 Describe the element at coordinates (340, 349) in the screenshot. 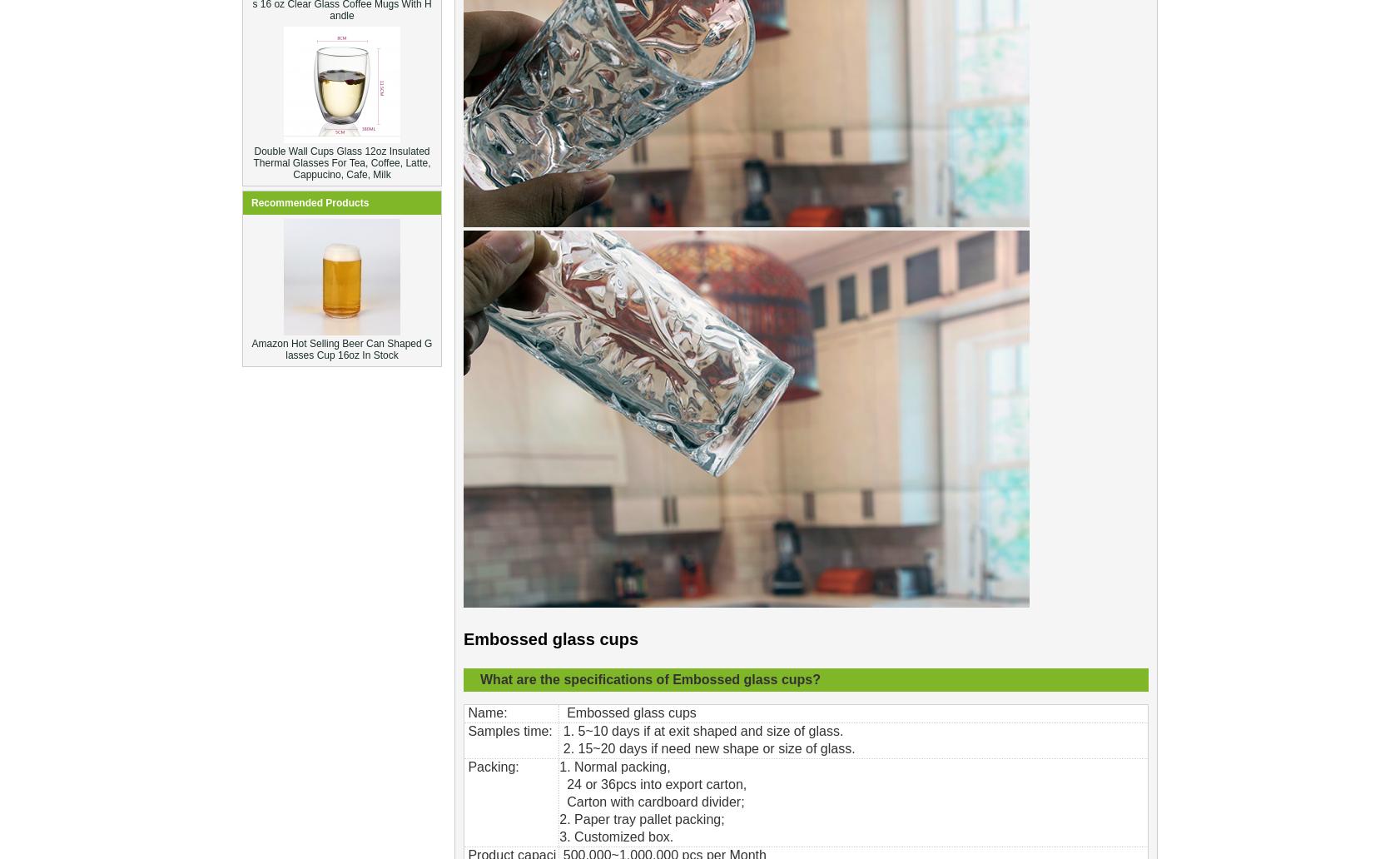

I see `'Amazon Hot Selling Beer Can Shaped Glasses Cup 16oz In Stock'` at that location.